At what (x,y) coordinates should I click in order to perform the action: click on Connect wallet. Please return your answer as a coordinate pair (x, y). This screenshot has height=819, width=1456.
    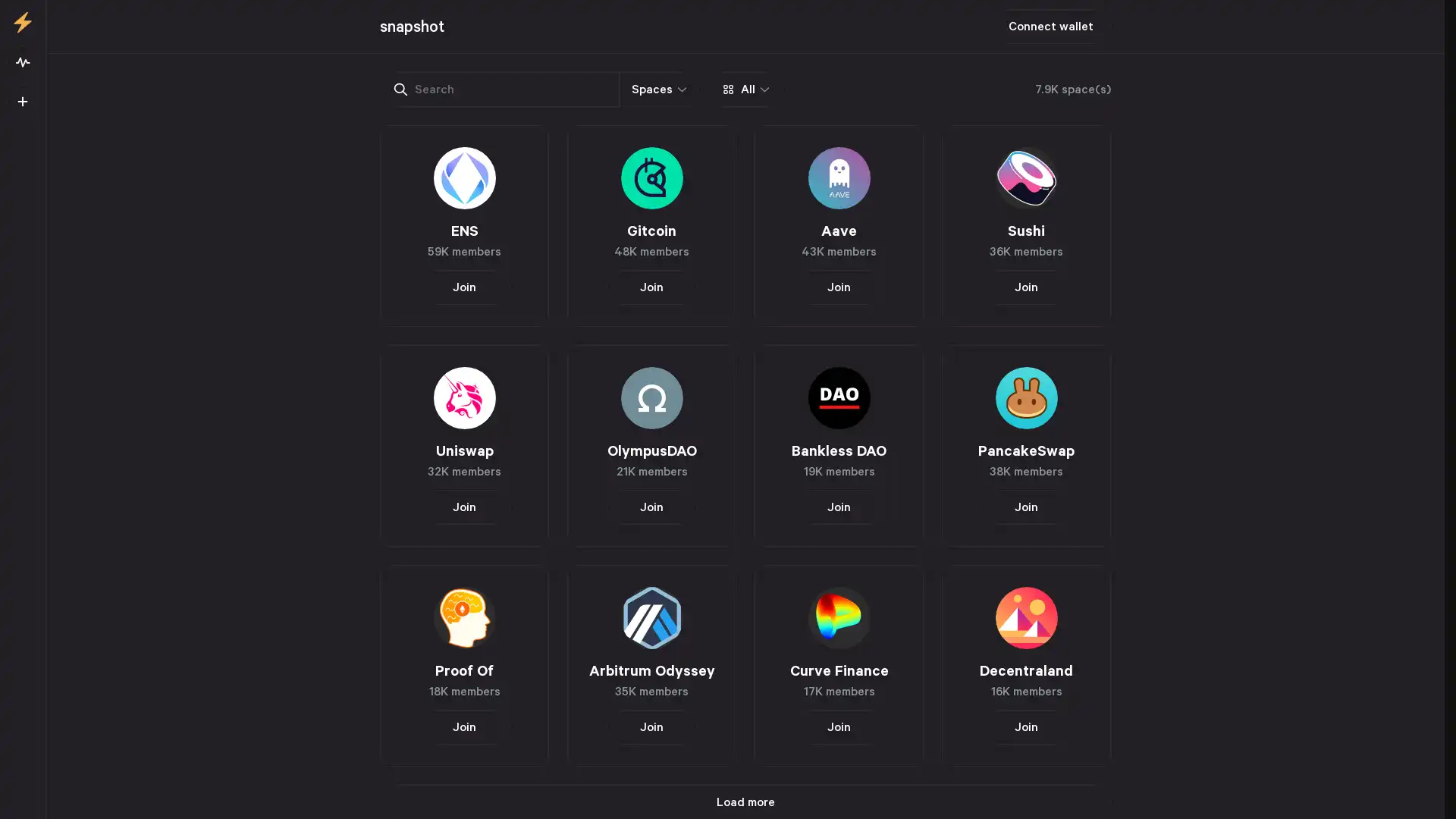
    Looking at the image, I should click on (1050, 26).